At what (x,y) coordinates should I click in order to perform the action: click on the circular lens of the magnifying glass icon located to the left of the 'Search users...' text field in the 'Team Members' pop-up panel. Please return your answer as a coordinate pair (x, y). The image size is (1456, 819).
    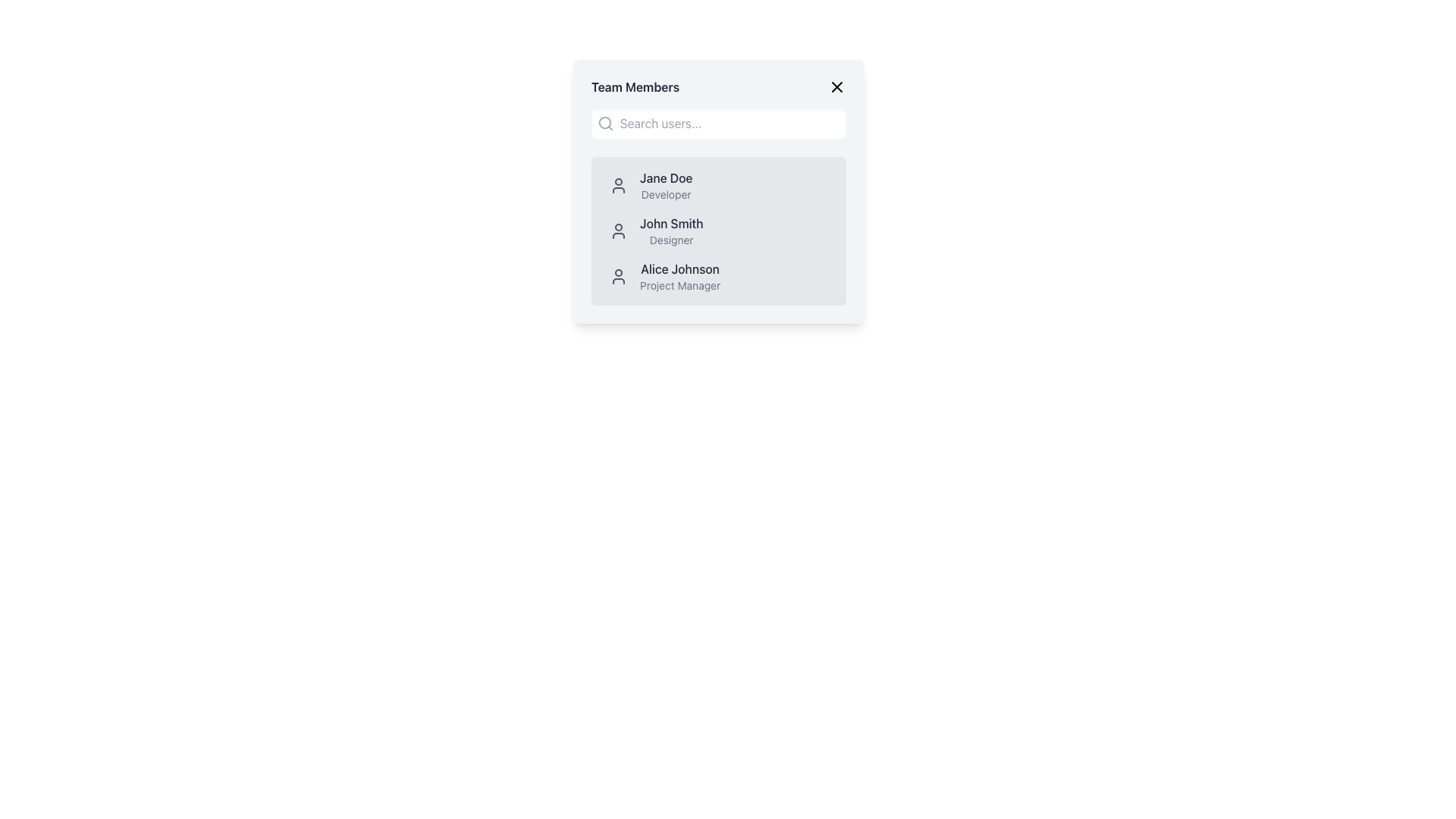
    Looking at the image, I should click on (604, 122).